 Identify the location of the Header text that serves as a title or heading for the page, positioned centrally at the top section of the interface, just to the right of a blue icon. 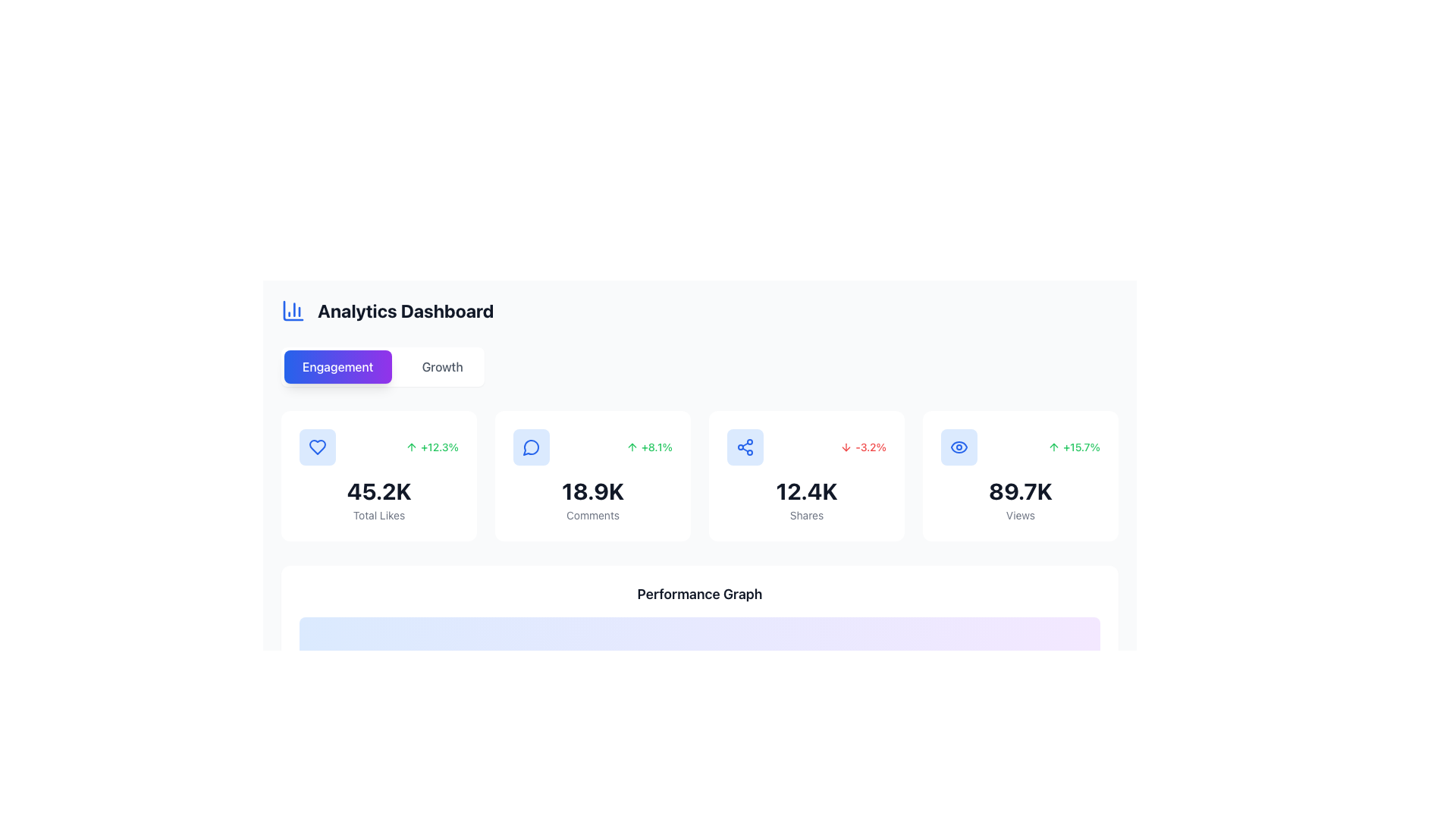
(406, 309).